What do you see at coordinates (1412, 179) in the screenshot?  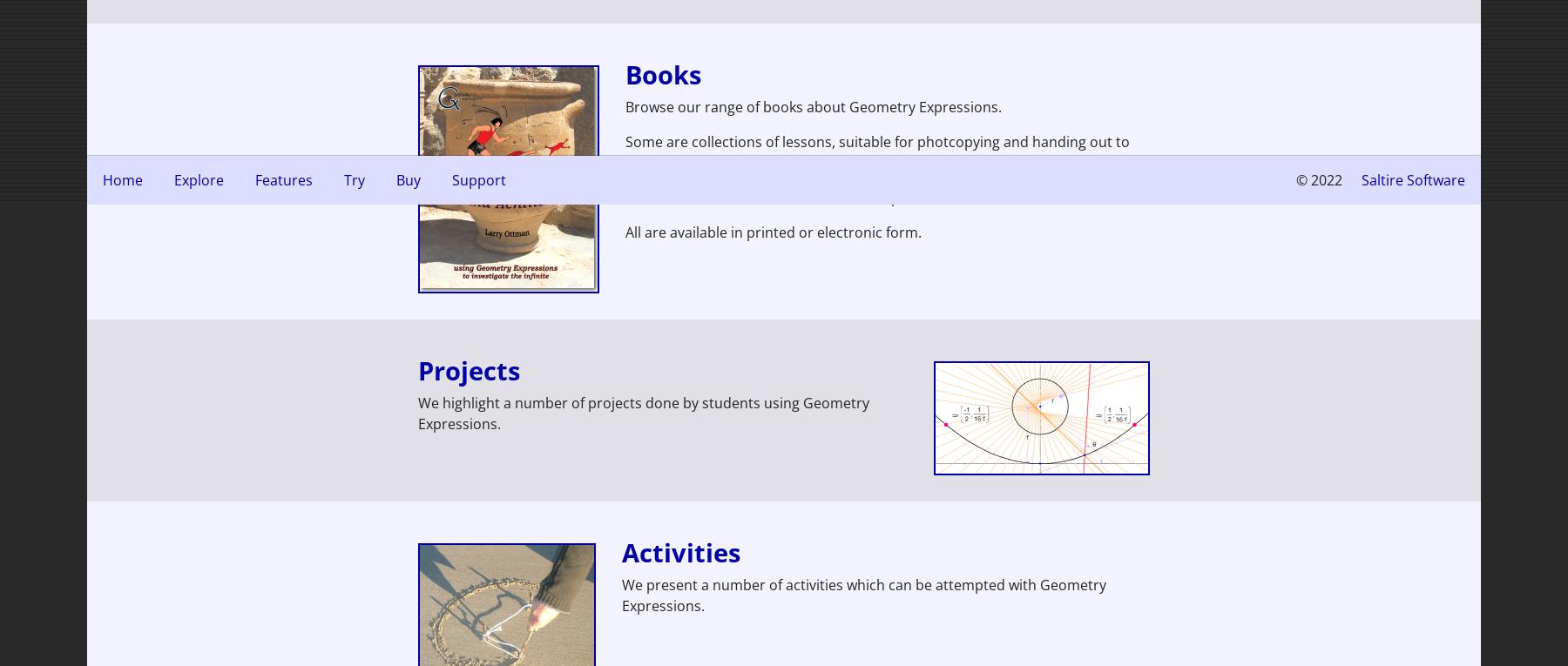 I see `'Saltire Software'` at bounding box center [1412, 179].